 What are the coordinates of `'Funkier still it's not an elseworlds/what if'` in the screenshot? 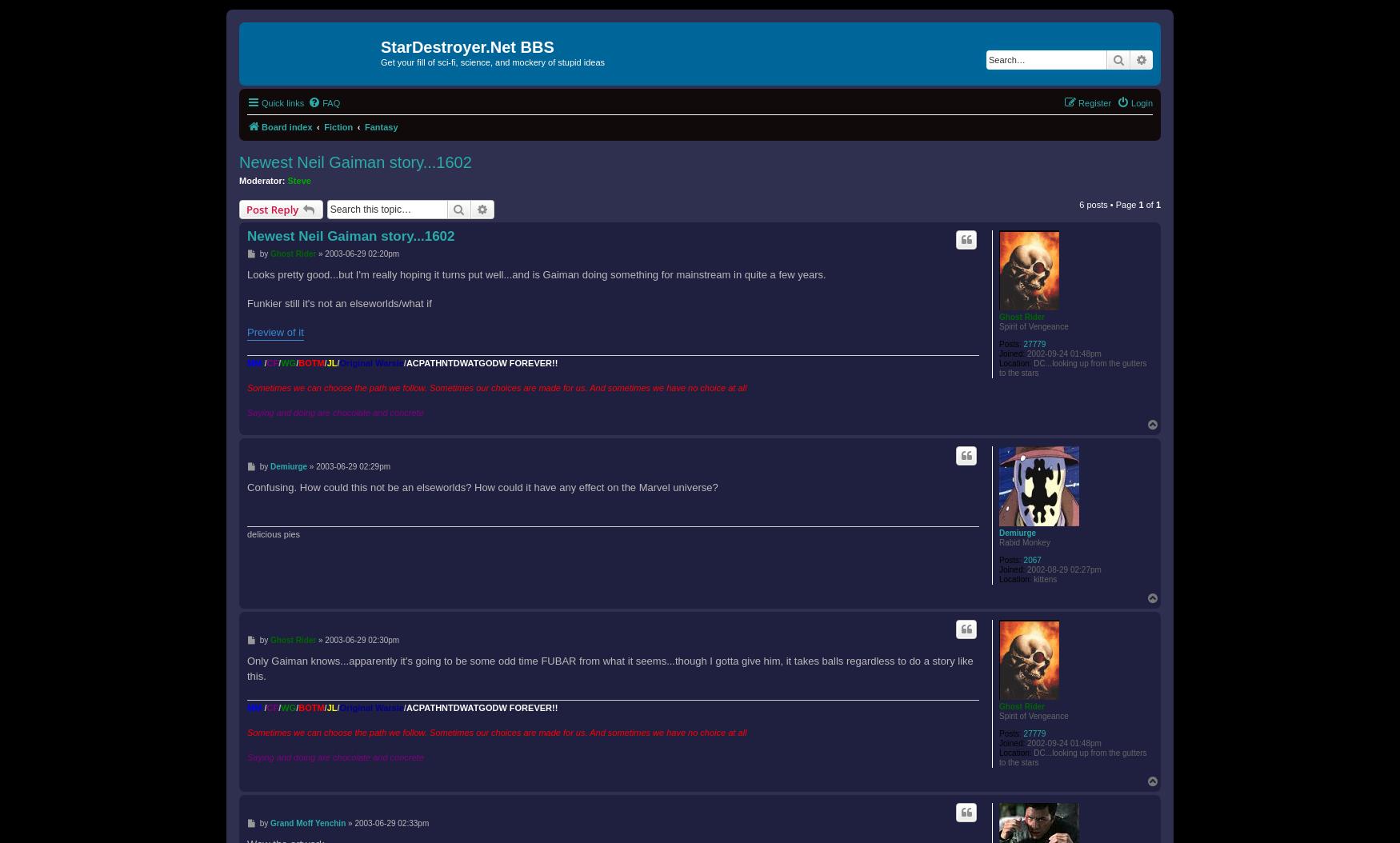 It's located at (338, 302).